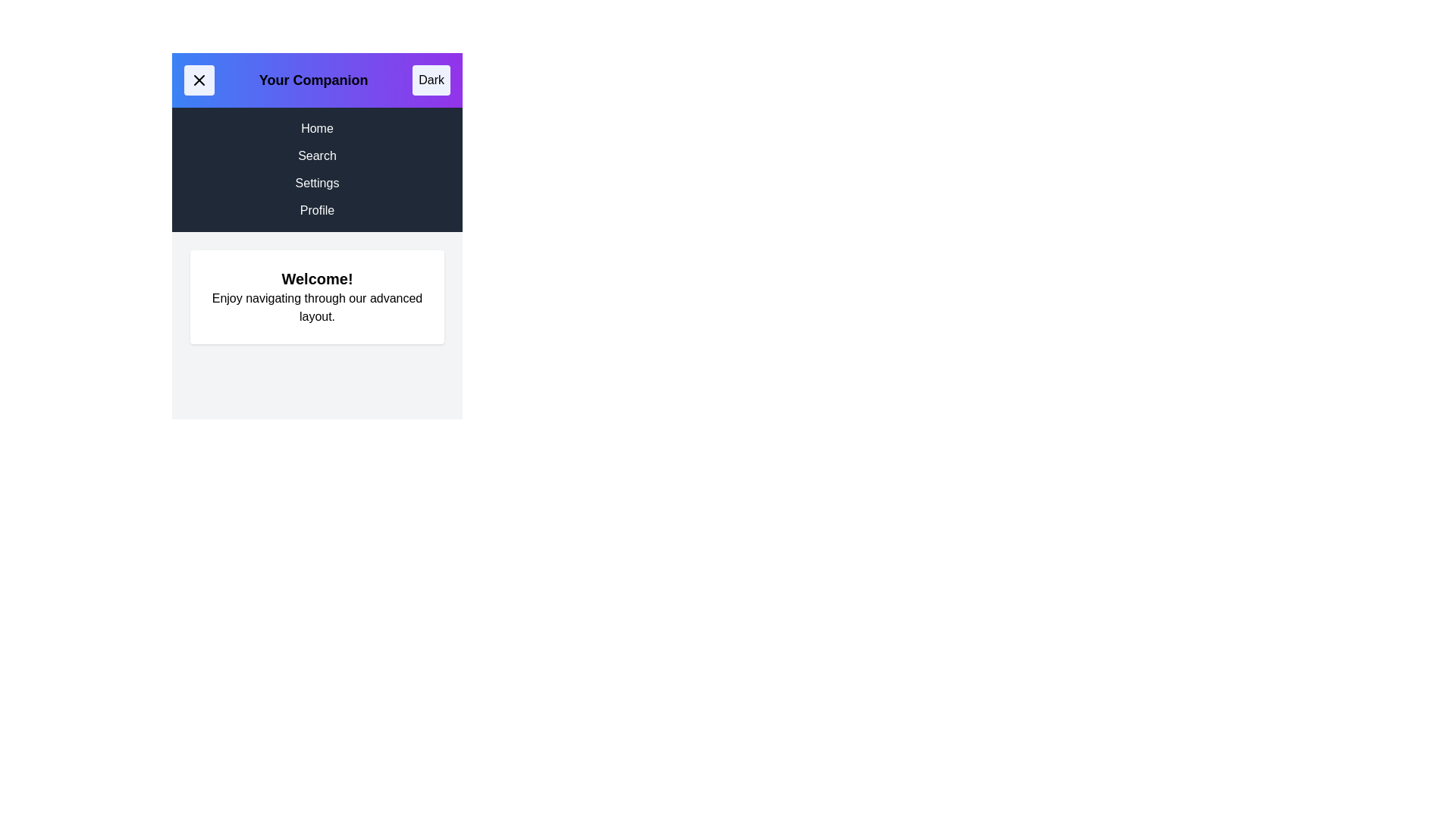 The image size is (1456, 819). Describe the element at coordinates (431, 80) in the screenshot. I see `the 'Dark' button to toggle the mode` at that location.